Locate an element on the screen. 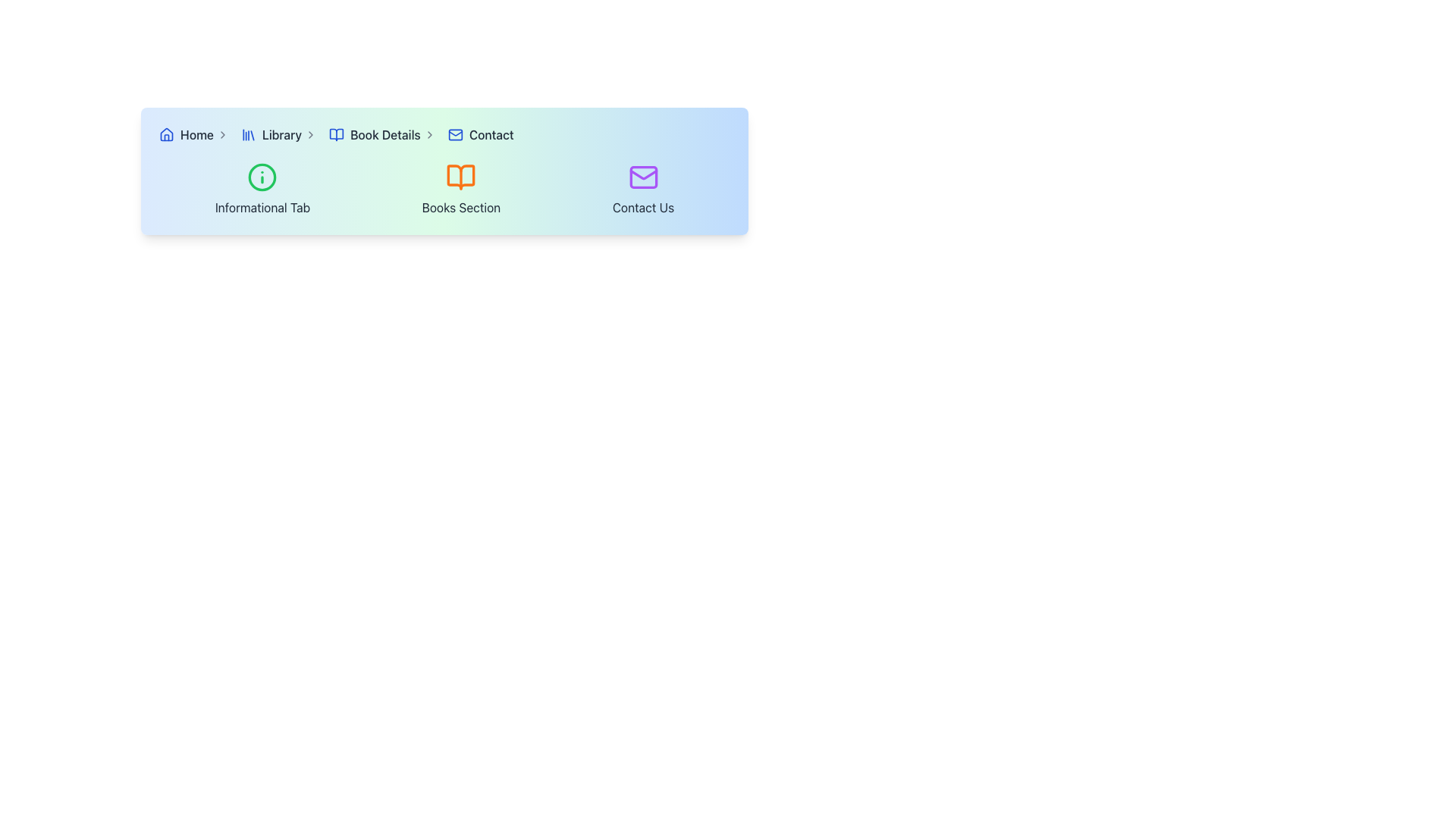  the right-pointing chevron icon in the breadcrumb navigation, located between 'Library' and 'Book Details' is located at coordinates (310, 133).